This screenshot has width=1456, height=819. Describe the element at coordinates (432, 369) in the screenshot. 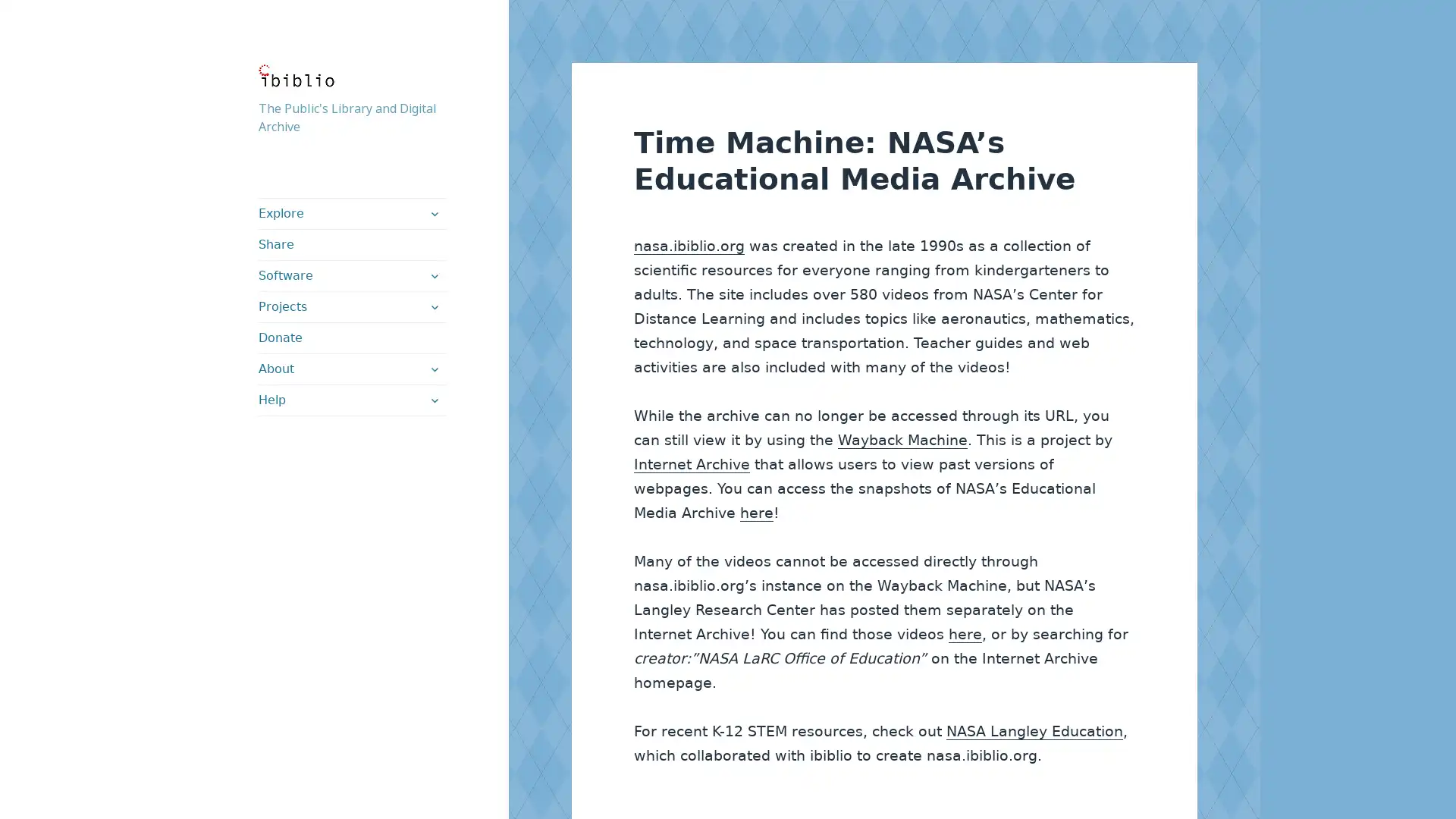

I see `expand child menu` at that location.